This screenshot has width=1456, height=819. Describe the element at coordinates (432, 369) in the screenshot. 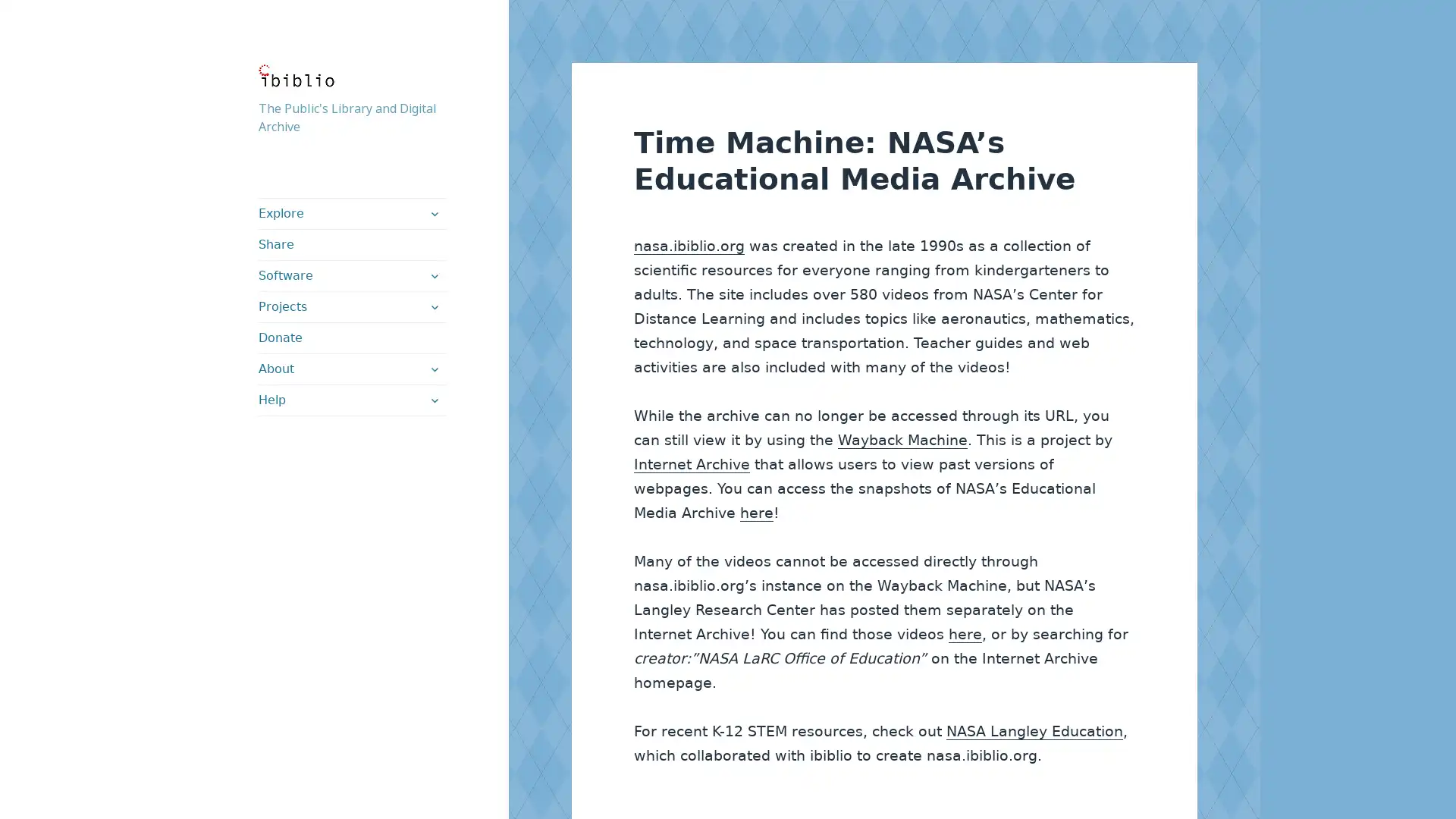

I see `expand child menu` at that location.